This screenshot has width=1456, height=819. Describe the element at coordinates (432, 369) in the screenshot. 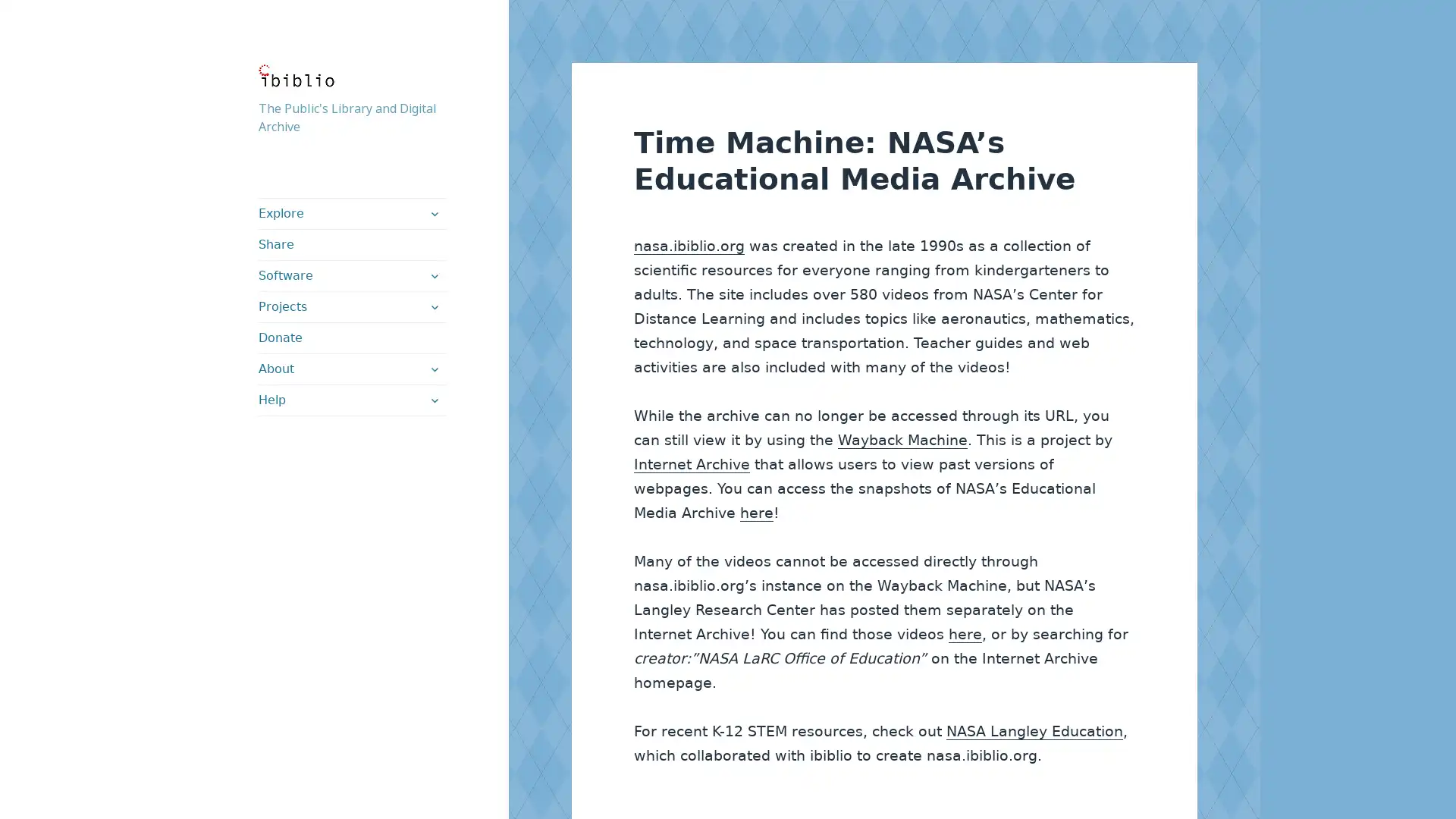

I see `expand child menu` at that location.